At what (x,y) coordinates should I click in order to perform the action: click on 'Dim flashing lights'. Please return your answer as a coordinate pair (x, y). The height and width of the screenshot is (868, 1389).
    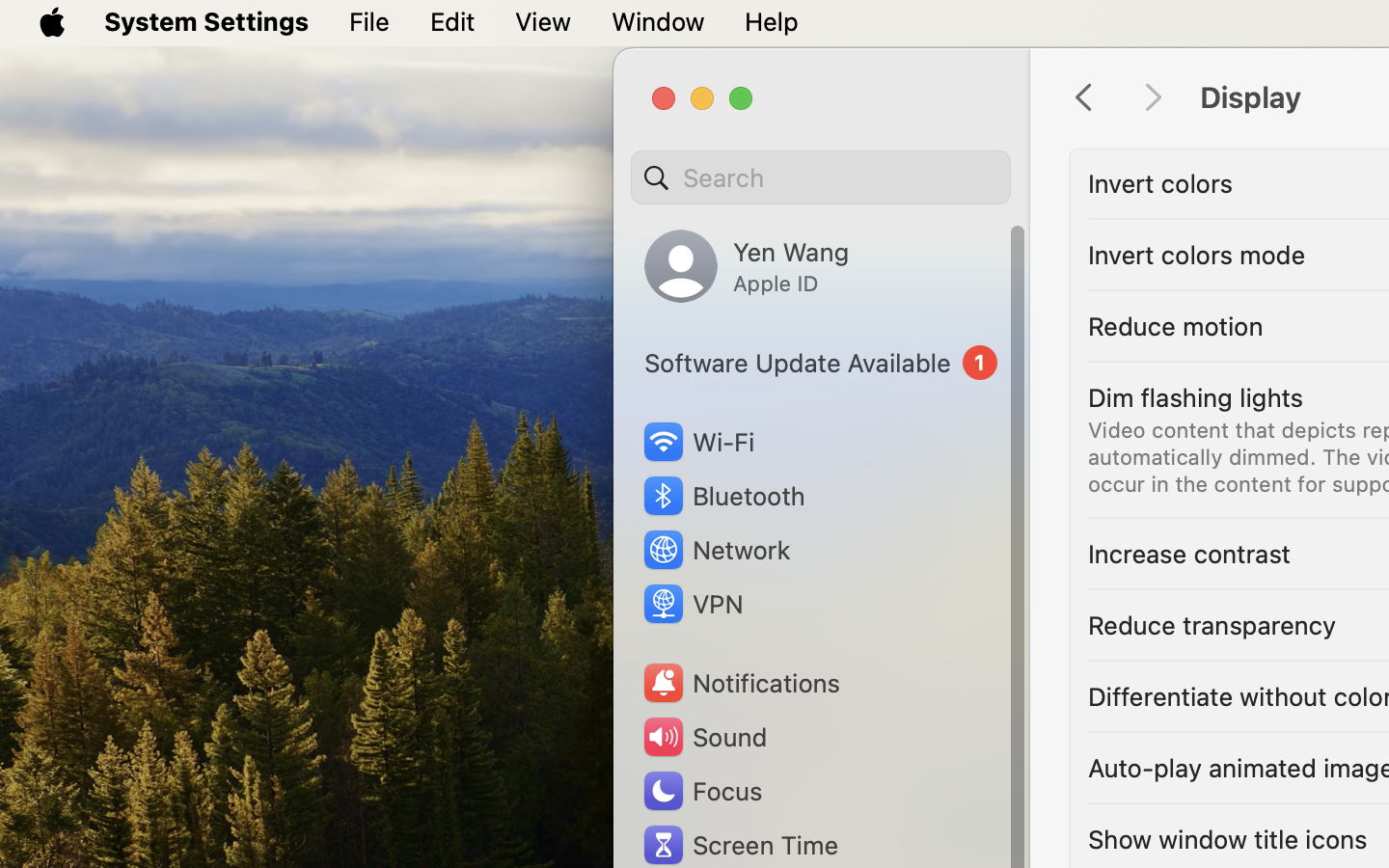
    Looking at the image, I should click on (1194, 397).